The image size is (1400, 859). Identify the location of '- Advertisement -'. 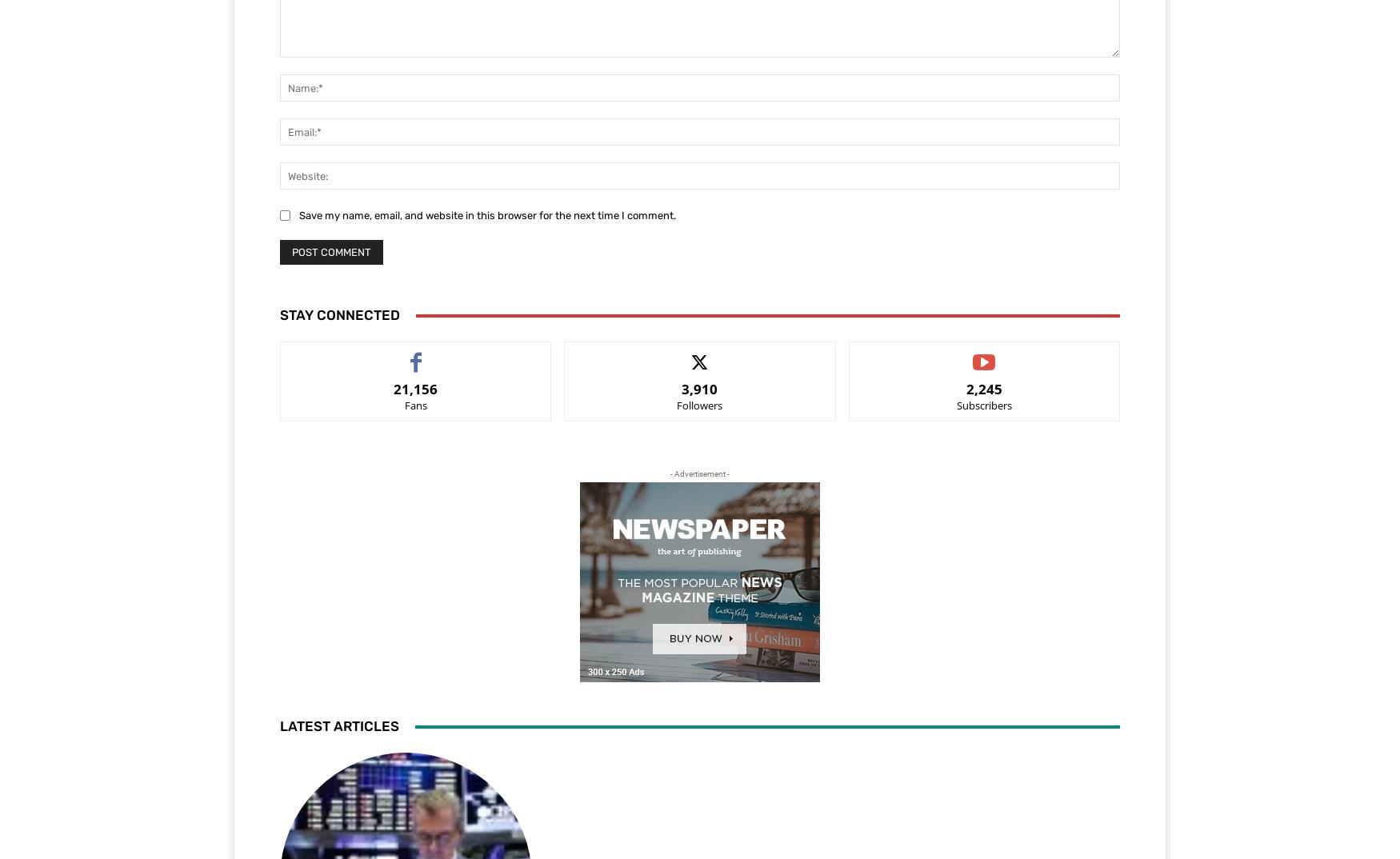
(670, 473).